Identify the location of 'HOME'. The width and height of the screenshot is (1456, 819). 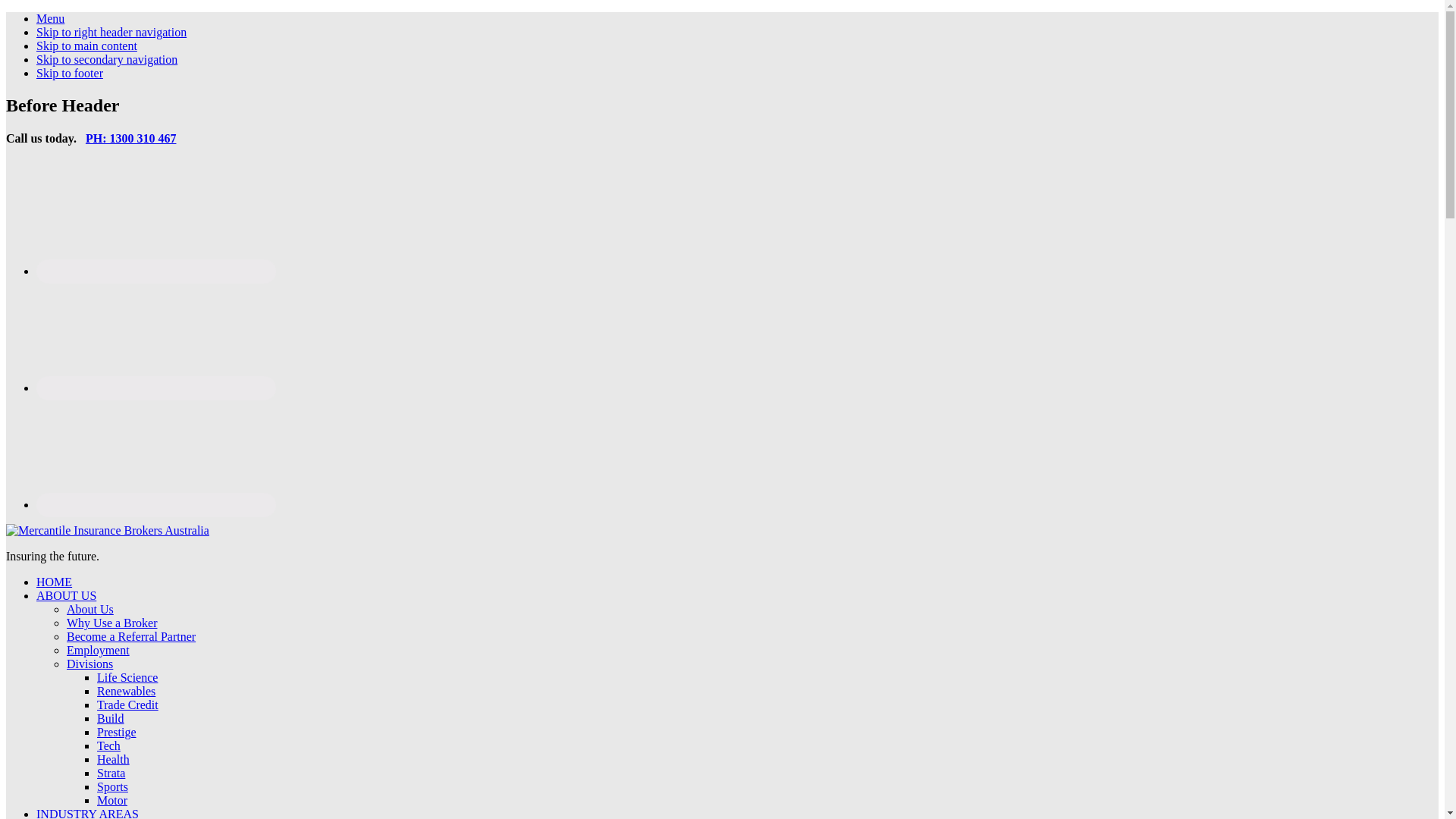
(54, 581).